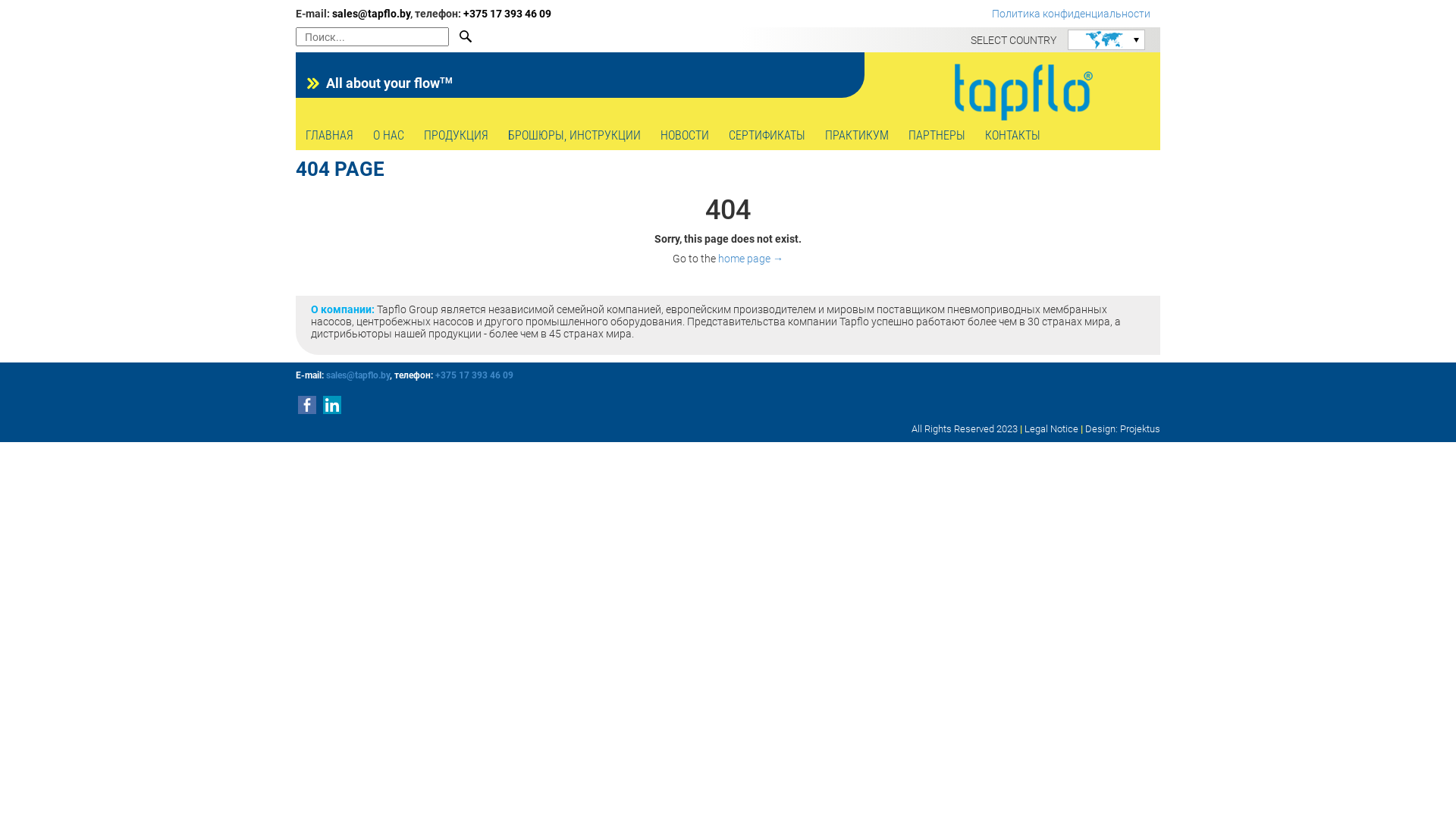  Describe the element at coordinates (1140, 428) in the screenshot. I see `'Projektus'` at that location.